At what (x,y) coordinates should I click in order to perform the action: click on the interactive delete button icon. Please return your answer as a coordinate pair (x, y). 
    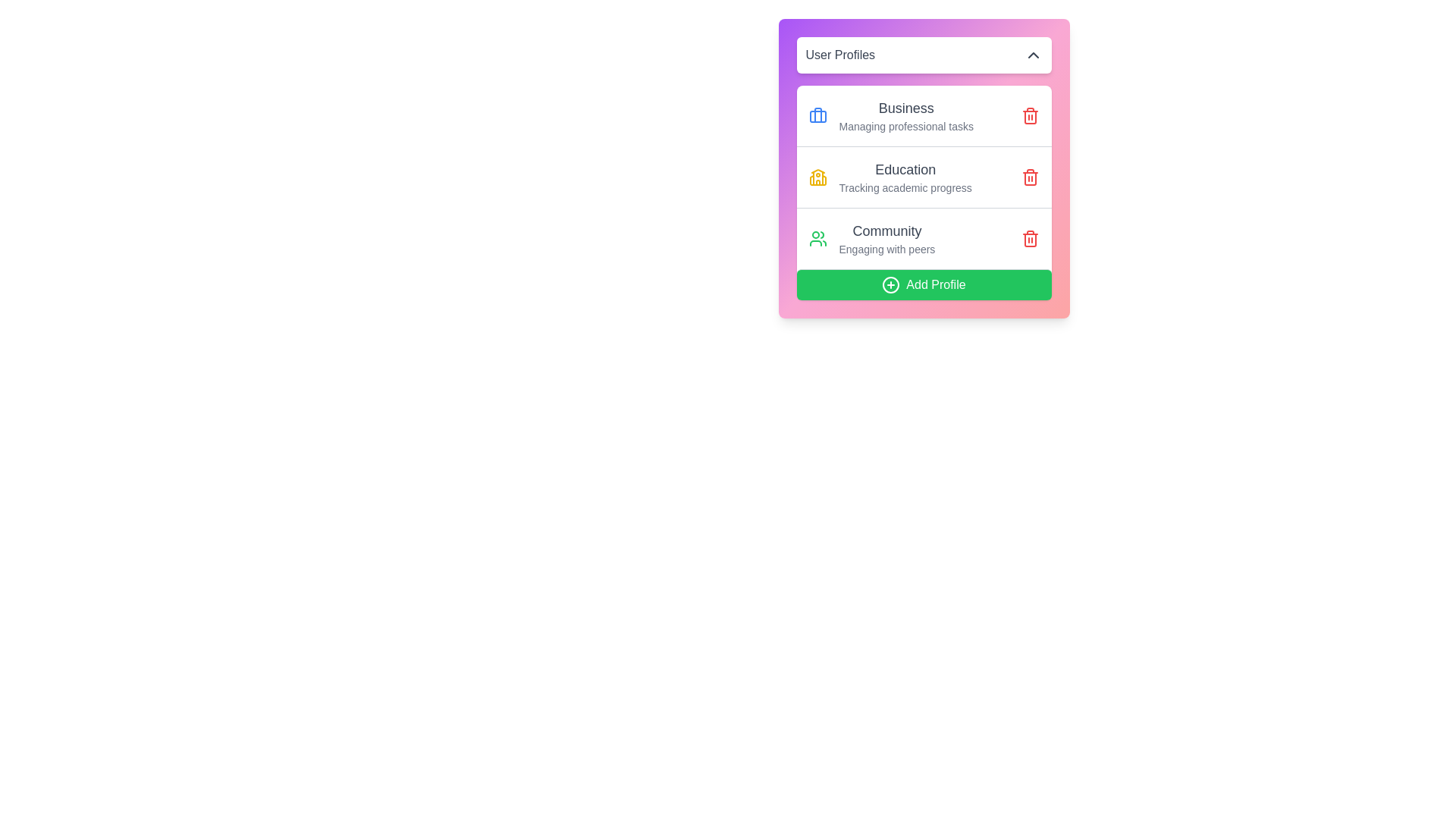
    Looking at the image, I should click on (1030, 177).